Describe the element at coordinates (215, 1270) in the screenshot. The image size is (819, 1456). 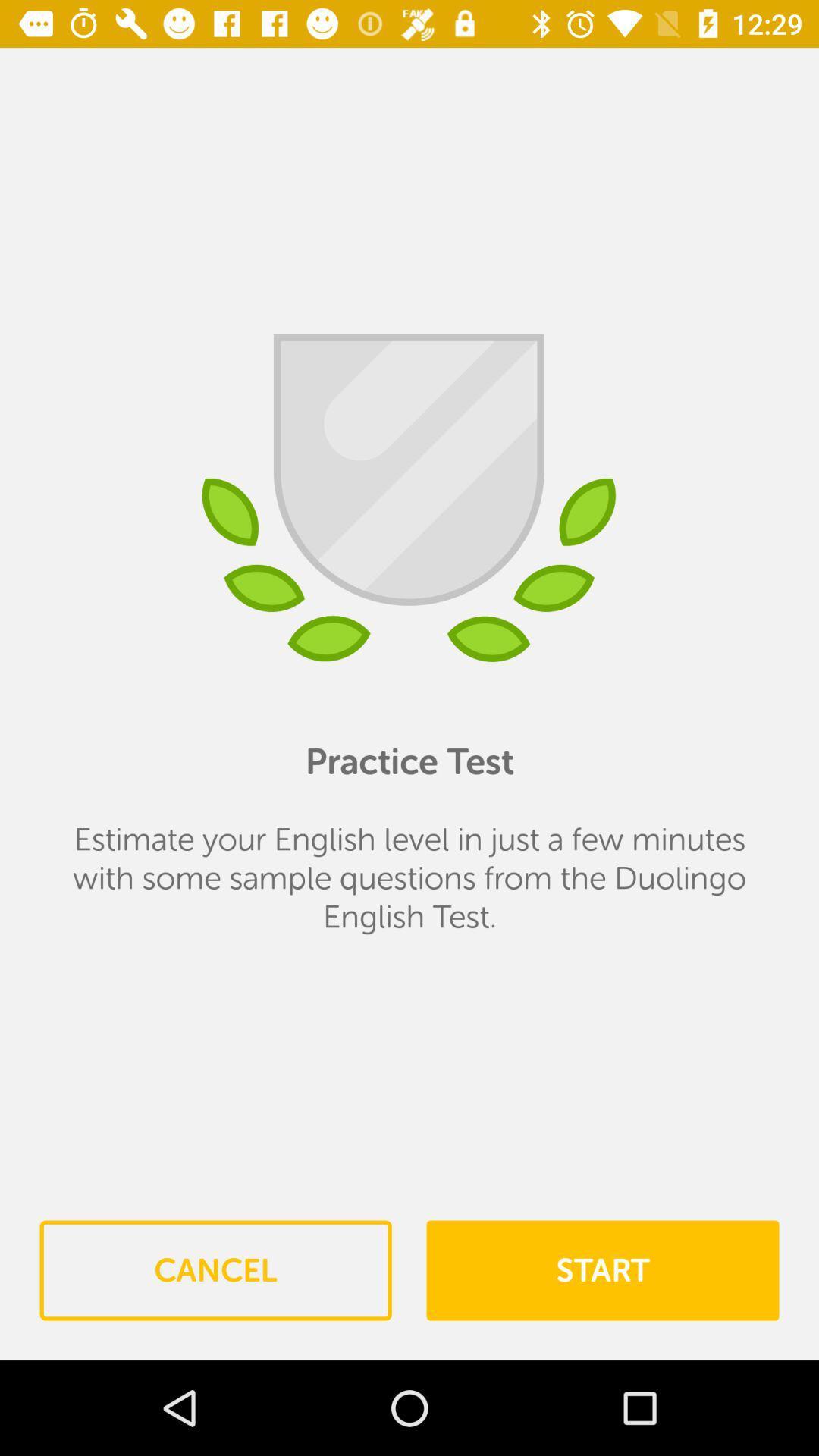
I see `item next to the start` at that location.